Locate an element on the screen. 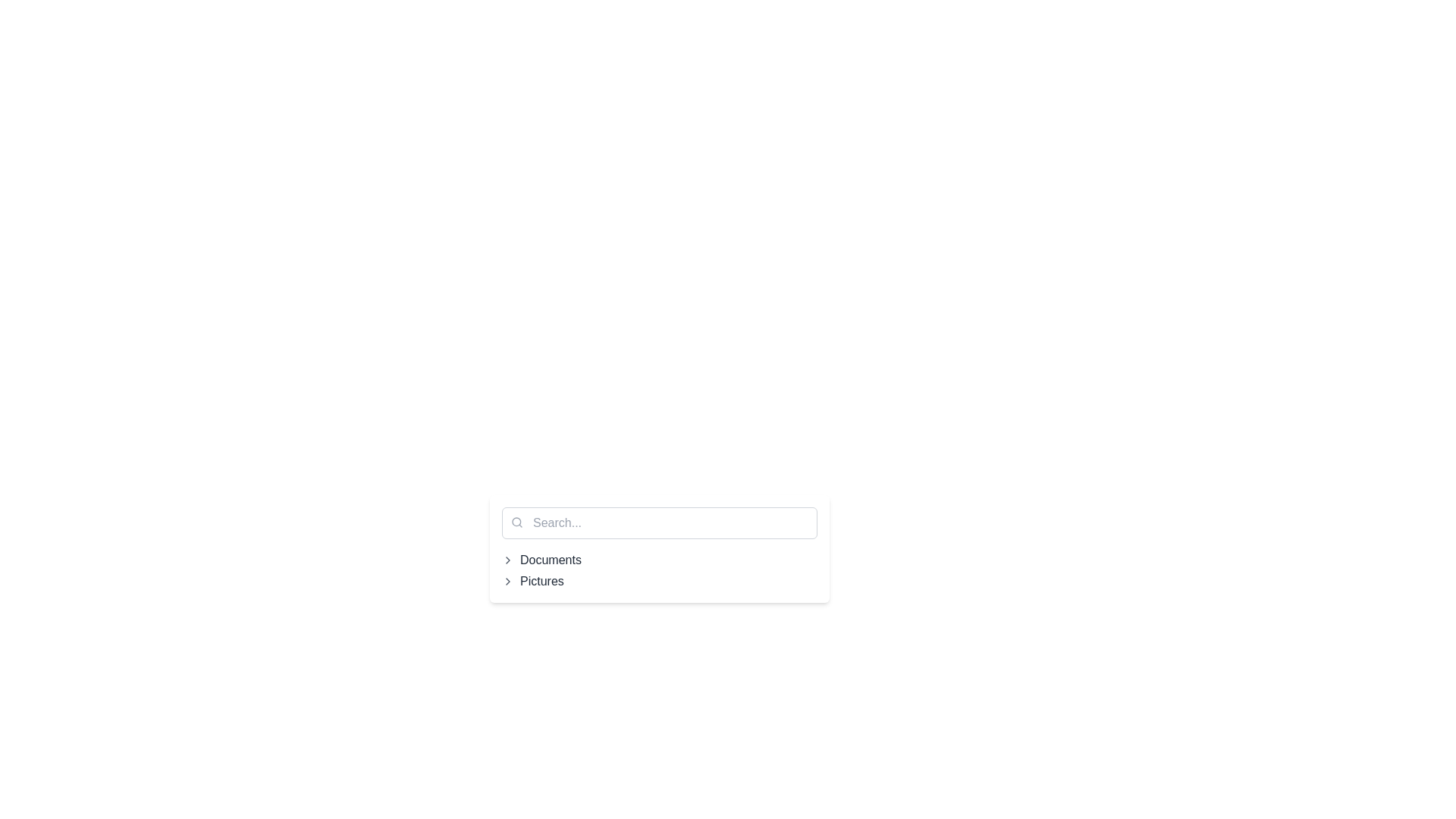  the chevron icon located to the left of the 'Documents' text is located at coordinates (508, 560).